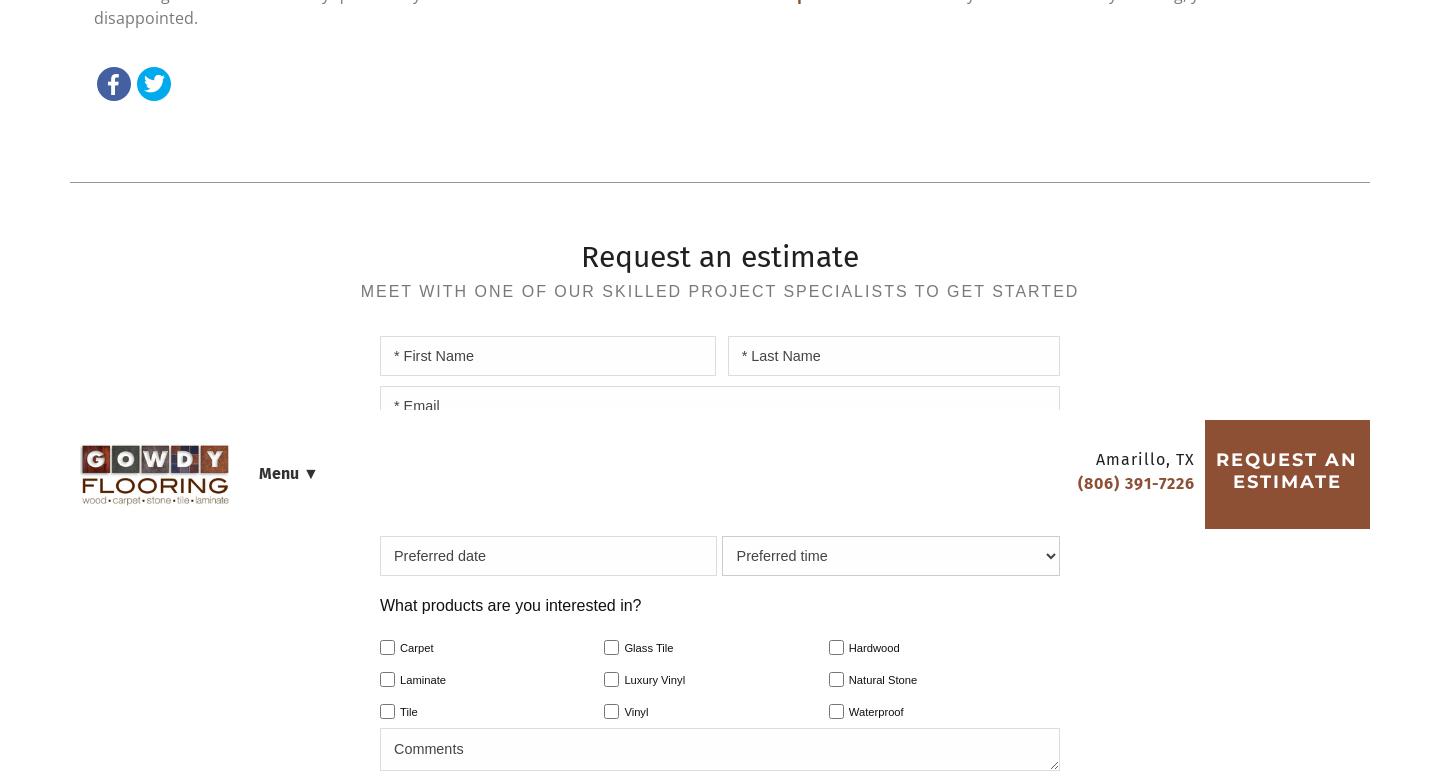 The image size is (1440, 782). I want to click on '(806) 391-7226', so click(810, 182).